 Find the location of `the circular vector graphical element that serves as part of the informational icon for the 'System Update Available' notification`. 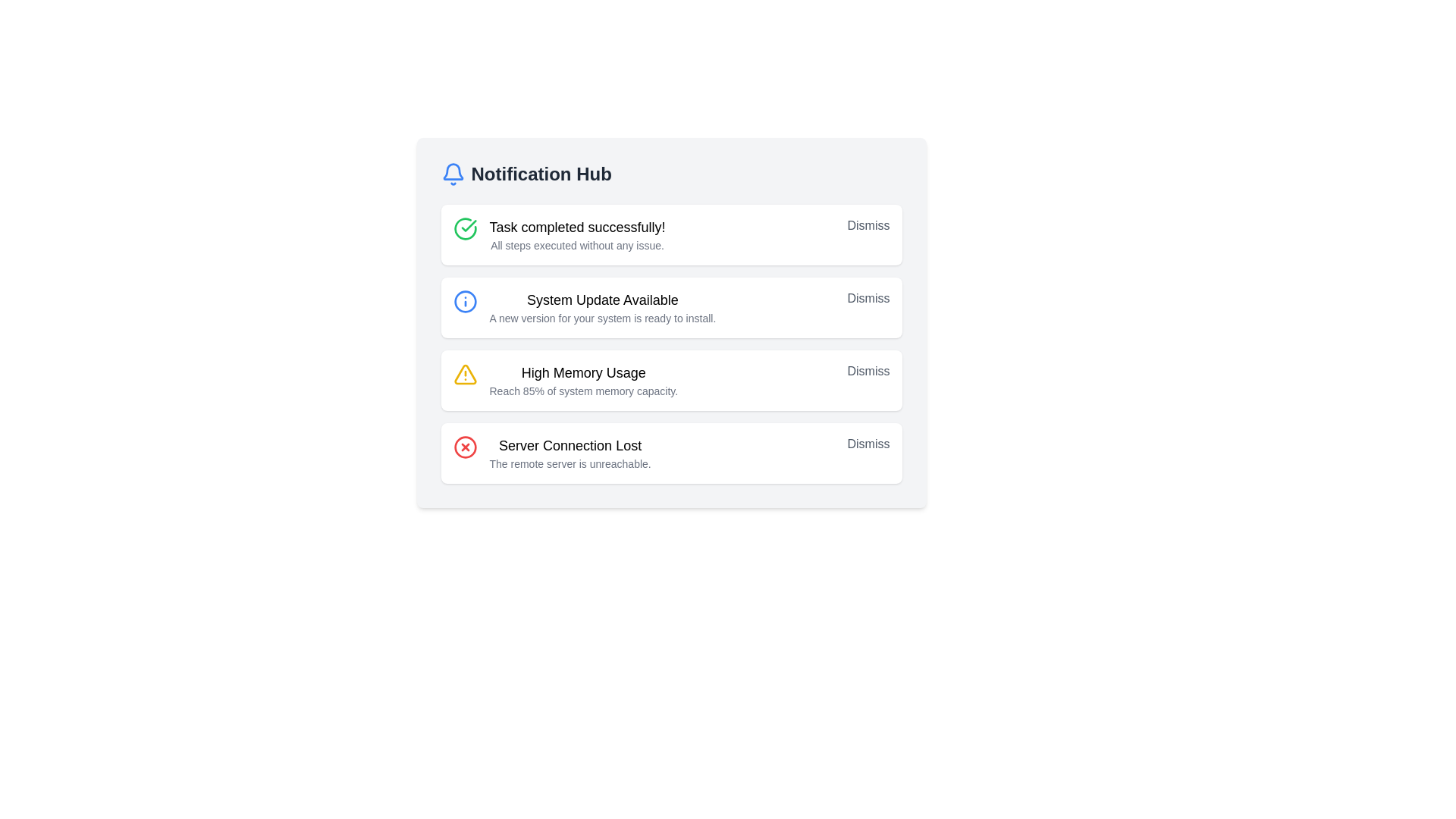

the circular vector graphical element that serves as part of the informational icon for the 'System Update Available' notification is located at coordinates (464, 301).